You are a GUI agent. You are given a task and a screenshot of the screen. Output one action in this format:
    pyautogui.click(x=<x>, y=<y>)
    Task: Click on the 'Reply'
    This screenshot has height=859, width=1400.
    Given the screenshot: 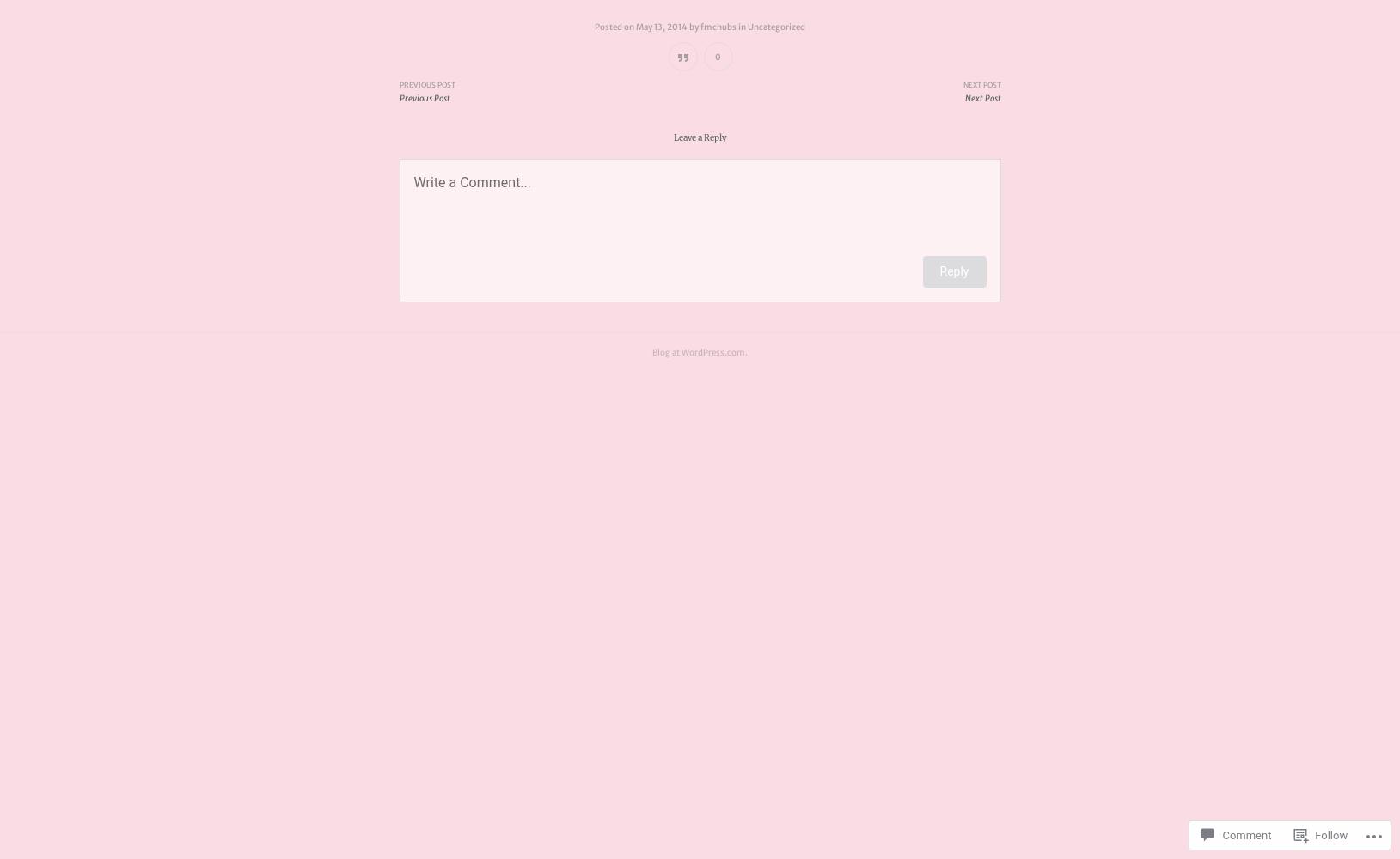 What is the action you would take?
    pyautogui.click(x=953, y=270)
    